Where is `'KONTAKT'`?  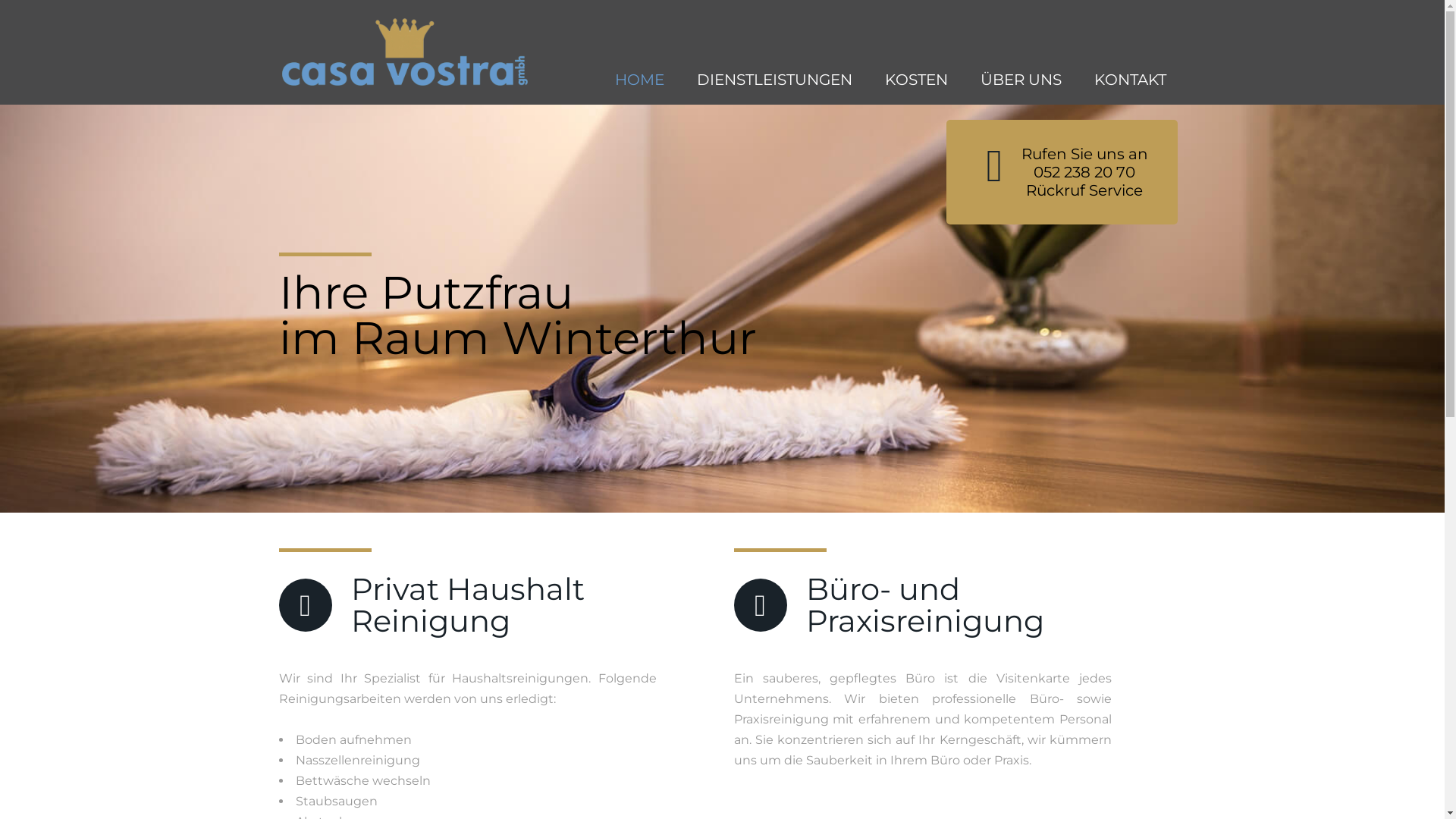
'KONTAKT' is located at coordinates (1129, 80).